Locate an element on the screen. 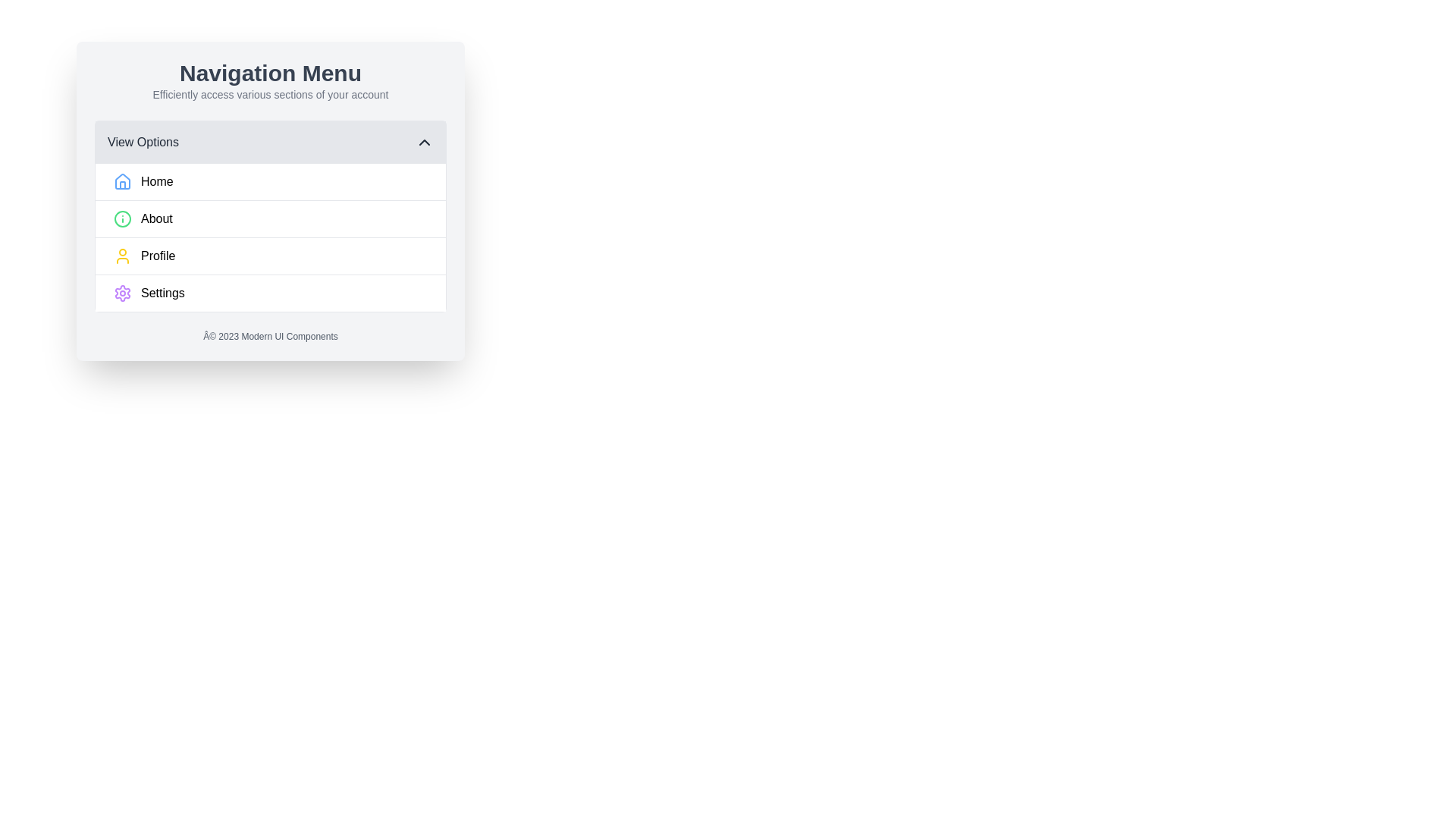 Image resolution: width=1456 pixels, height=819 pixels. the 'View Options' toggle button located in the navigation menu is located at coordinates (270, 143).